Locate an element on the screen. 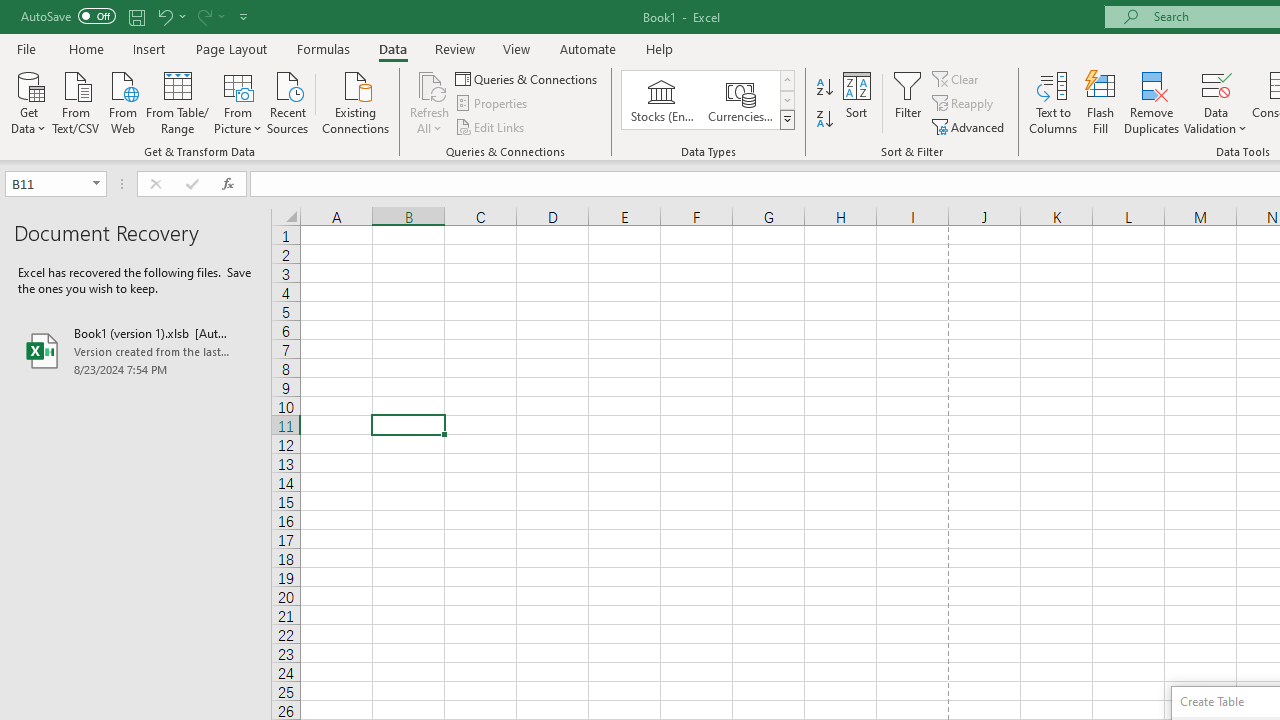  'Data Validation...' is located at coordinates (1215, 84).